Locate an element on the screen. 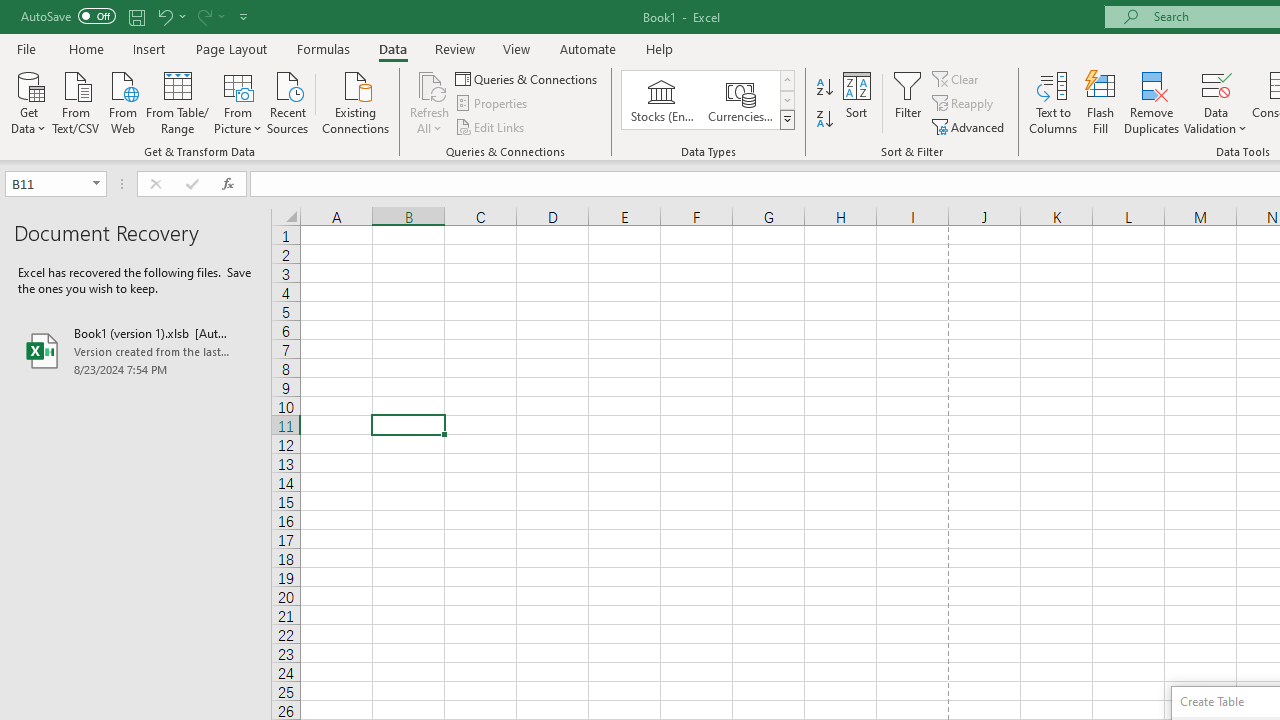  'Data Validation...' is located at coordinates (1215, 84).